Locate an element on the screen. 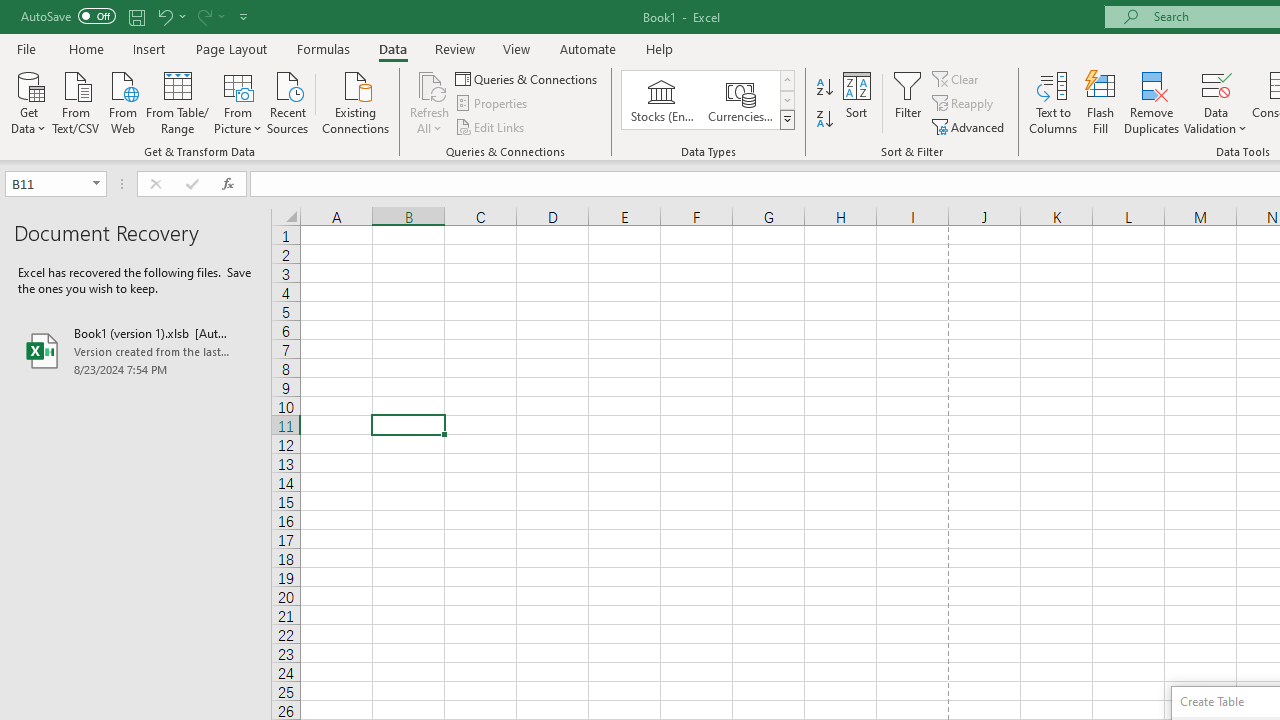  'Data Validation...' is located at coordinates (1215, 84).